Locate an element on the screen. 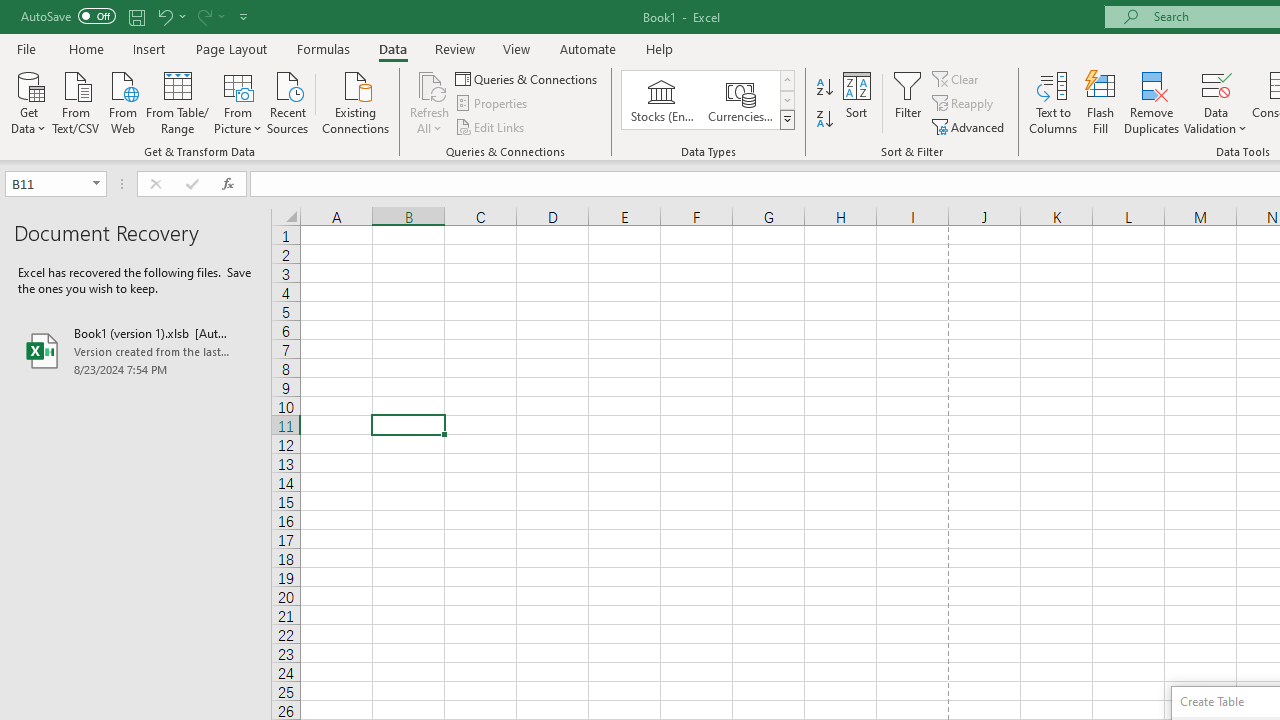  'Data Validation...' is located at coordinates (1215, 84).